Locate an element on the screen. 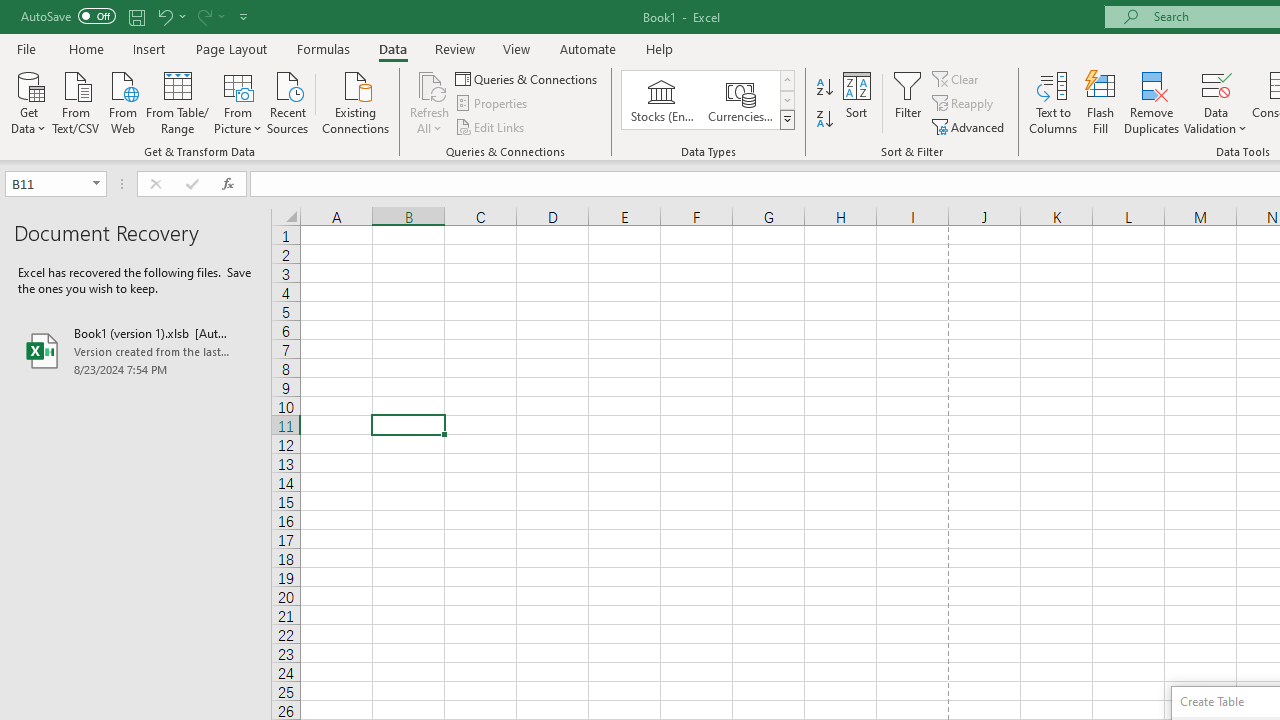  'Data Validation...' is located at coordinates (1215, 84).